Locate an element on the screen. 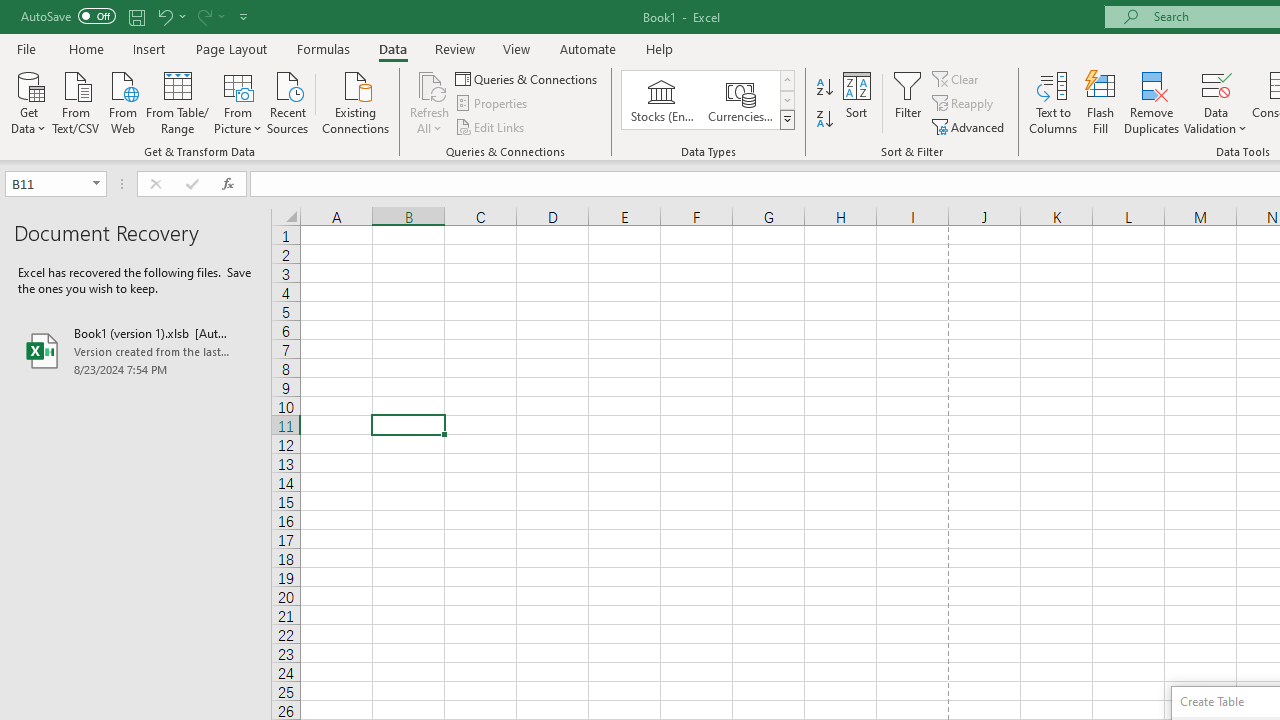  'Data Validation...' is located at coordinates (1215, 84).